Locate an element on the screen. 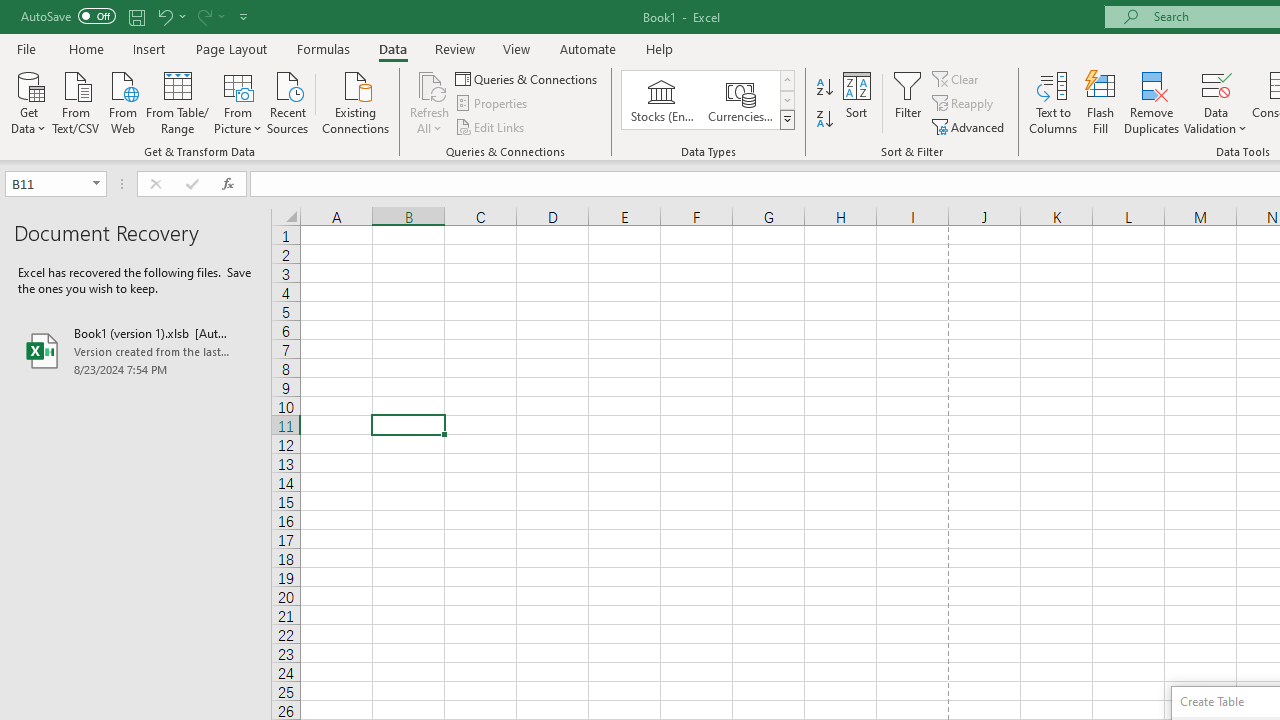  'Data Validation...' is located at coordinates (1215, 84).